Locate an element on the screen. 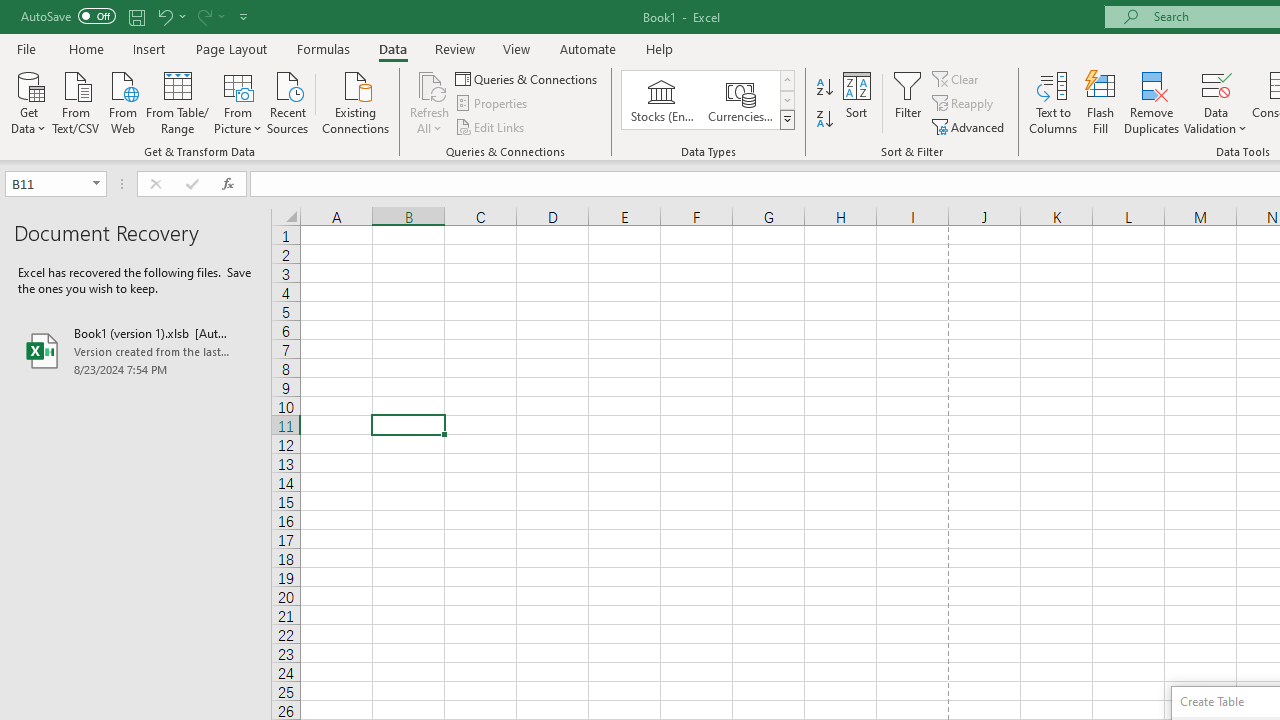  'Data Validation...' is located at coordinates (1215, 84).